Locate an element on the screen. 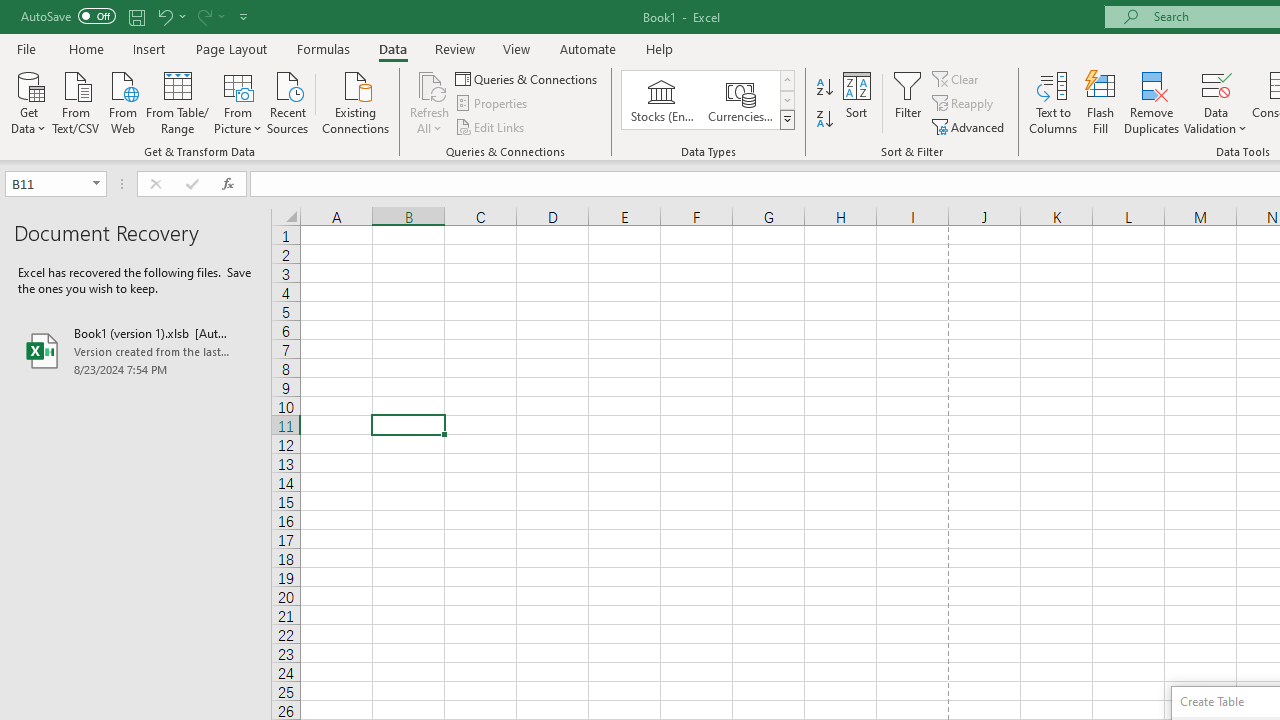  'Data Validation...' is located at coordinates (1215, 84).